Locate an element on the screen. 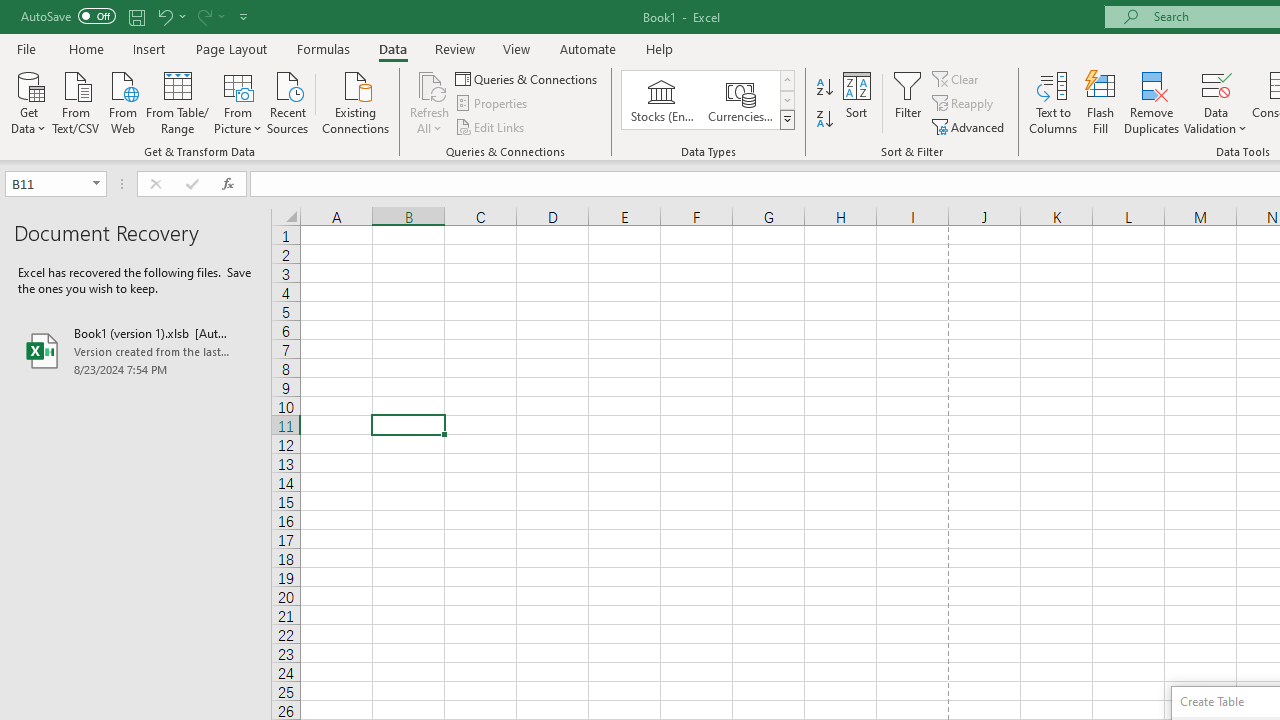  'Data Validation...' is located at coordinates (1215, 84).